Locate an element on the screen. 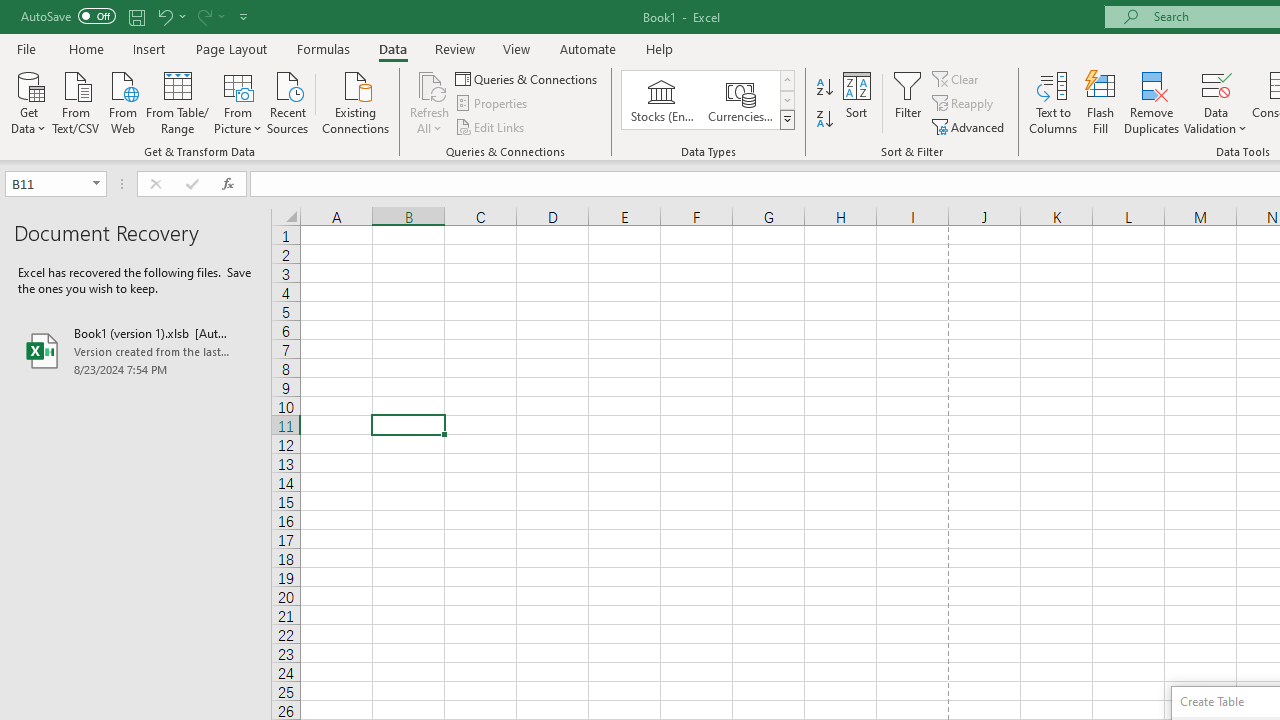  'Data Validation...' is located at coordinates (1215, 84).